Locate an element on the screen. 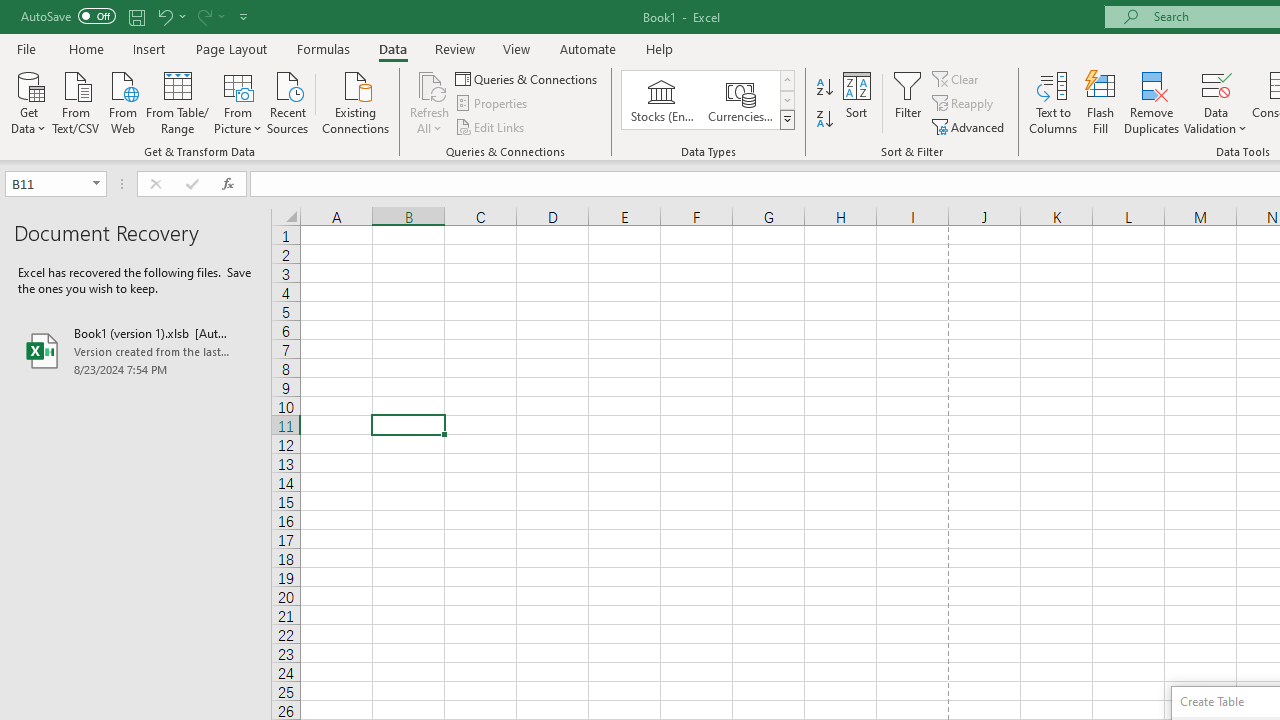  'Data Validation...' is located at coordinates (1215, 84).